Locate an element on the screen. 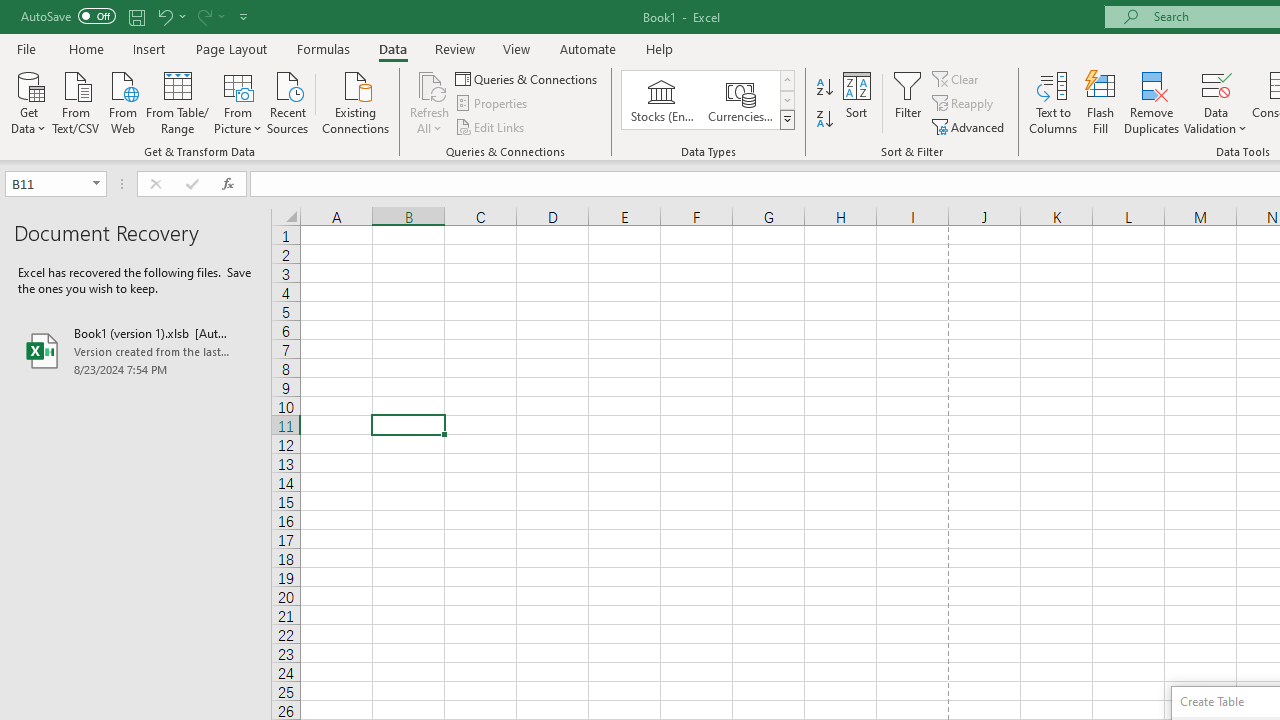  'Data Validation...' is located at coordinates (1215, 84).